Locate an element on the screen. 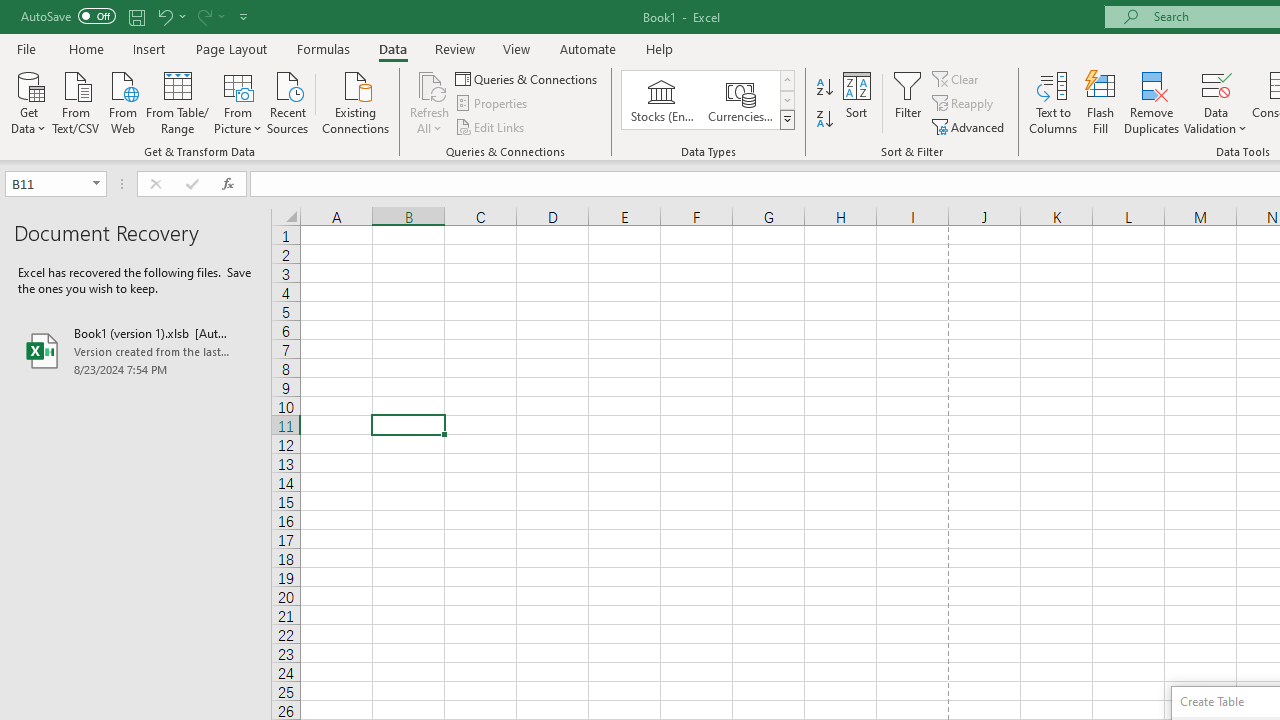  'Data Validation...' is located at coordinates (1215, 84).